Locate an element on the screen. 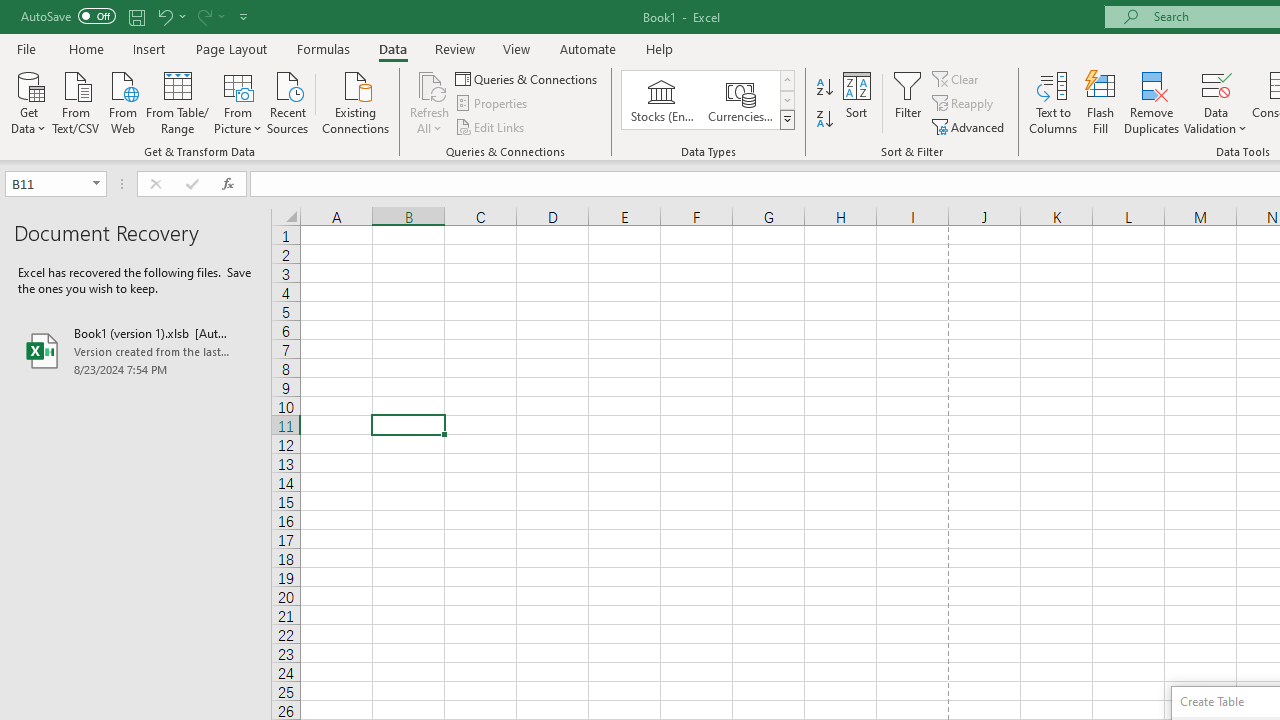  'Data Validation...' is located at coordinates (1215, 84).